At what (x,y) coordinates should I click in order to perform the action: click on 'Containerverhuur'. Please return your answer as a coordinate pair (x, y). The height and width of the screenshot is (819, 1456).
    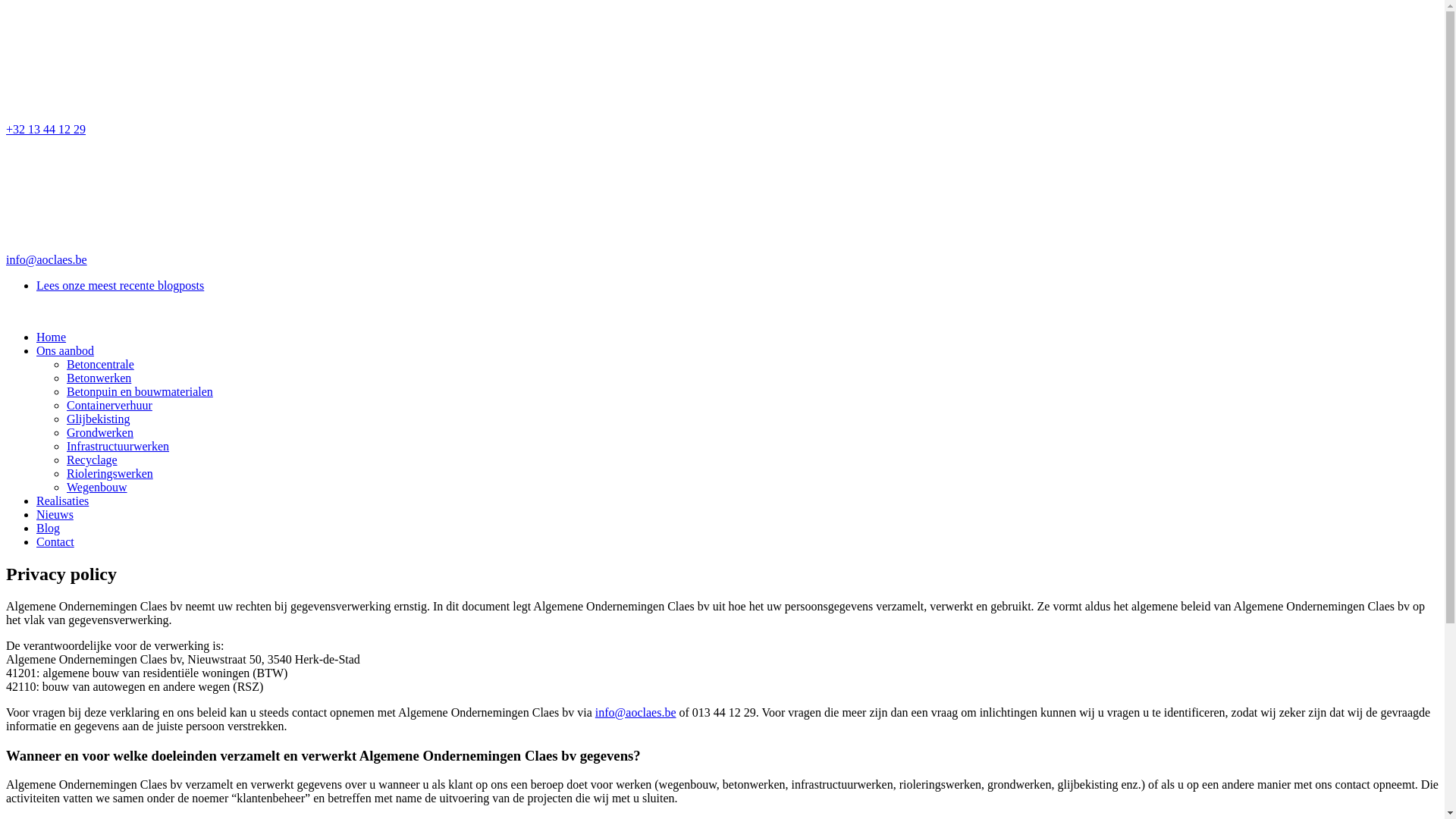
    Looking at the image, I should click on (108, 404).